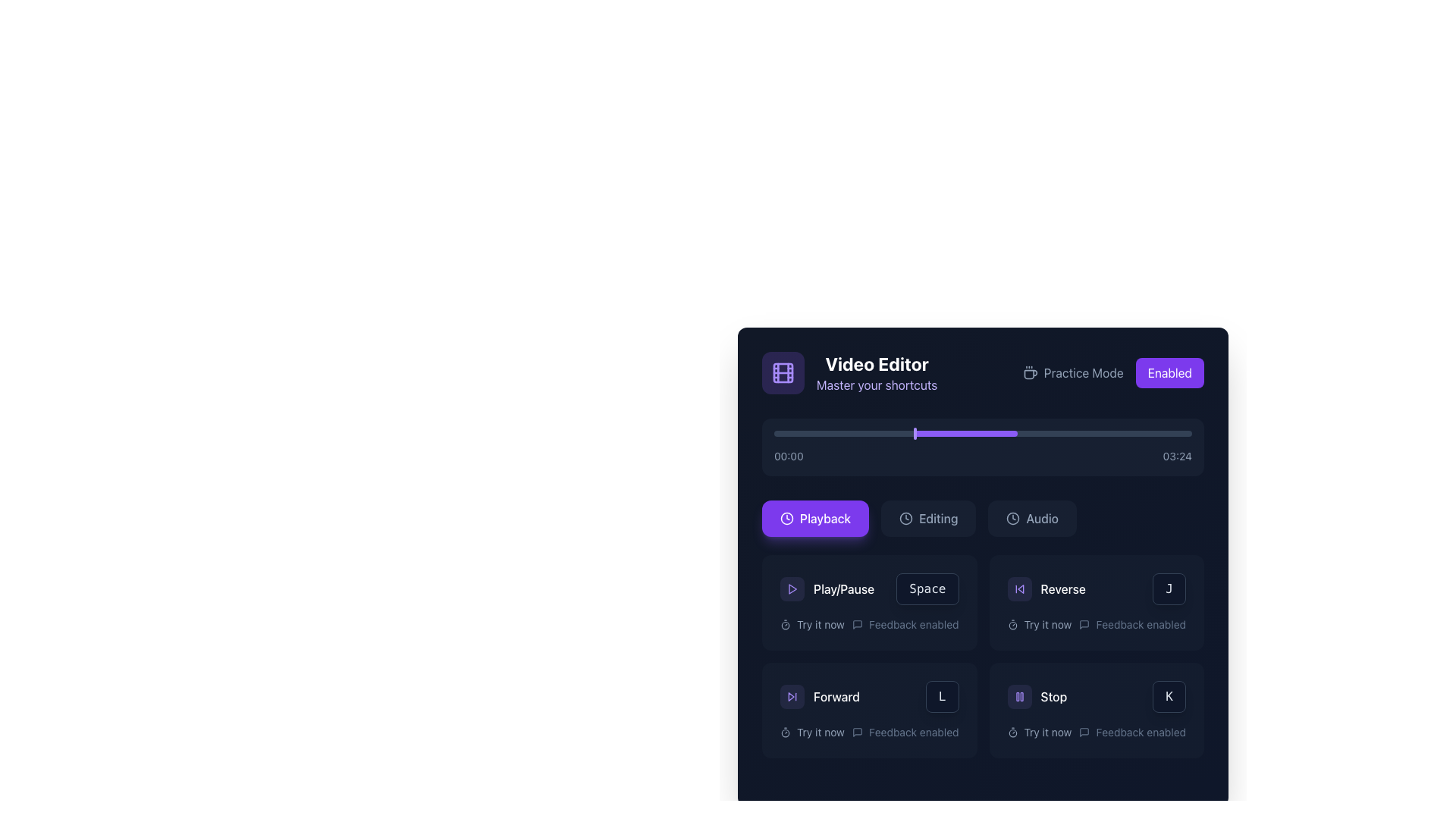 The height and width of the screenshot is (819, 1456). I want to click on the playback time, so click(827, 433).